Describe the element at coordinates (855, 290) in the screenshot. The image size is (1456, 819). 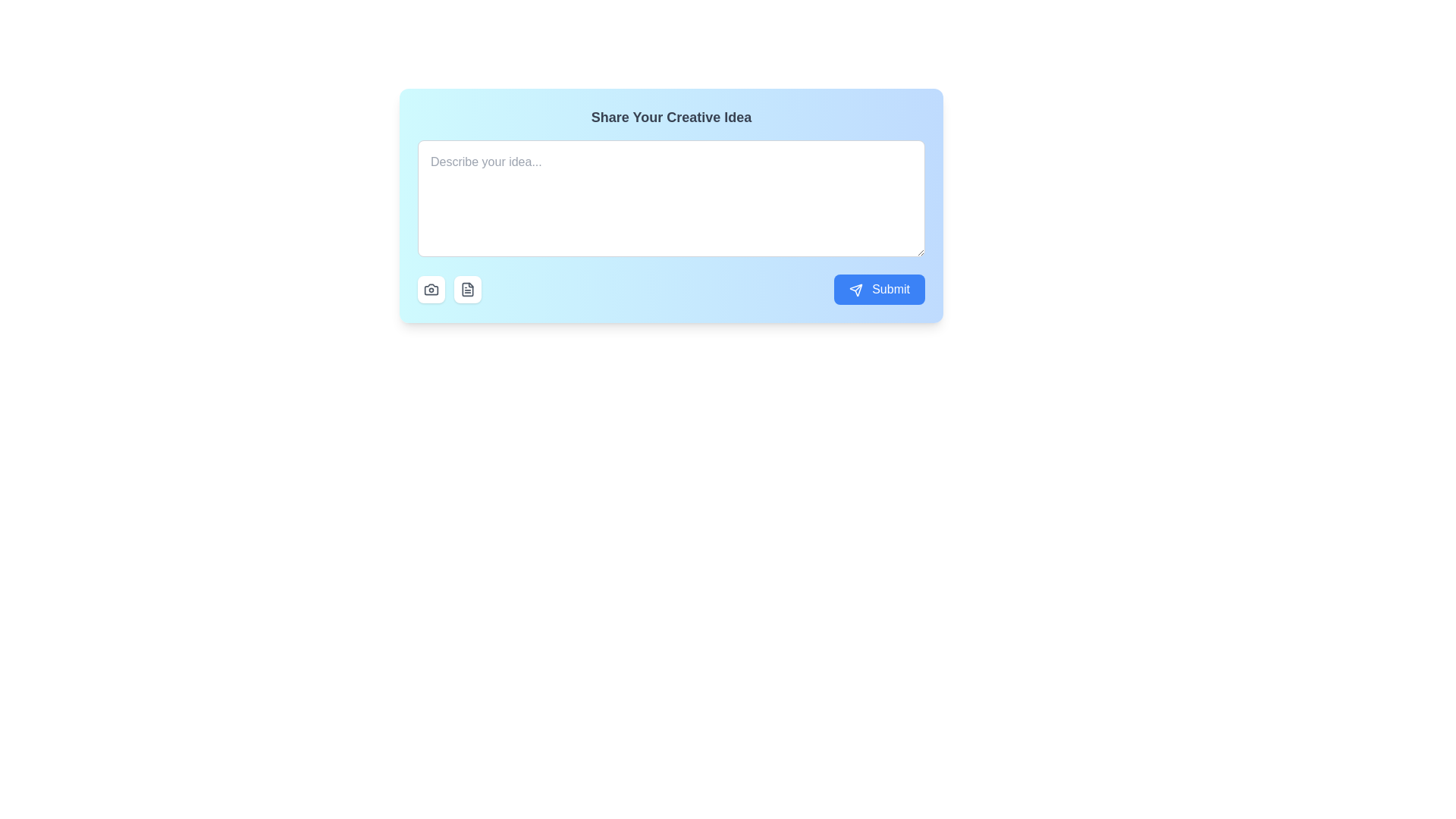
I see `the 'Submit' button icon located at the bottom-right corner of the card, which visually represents the action of submitting` at that location.